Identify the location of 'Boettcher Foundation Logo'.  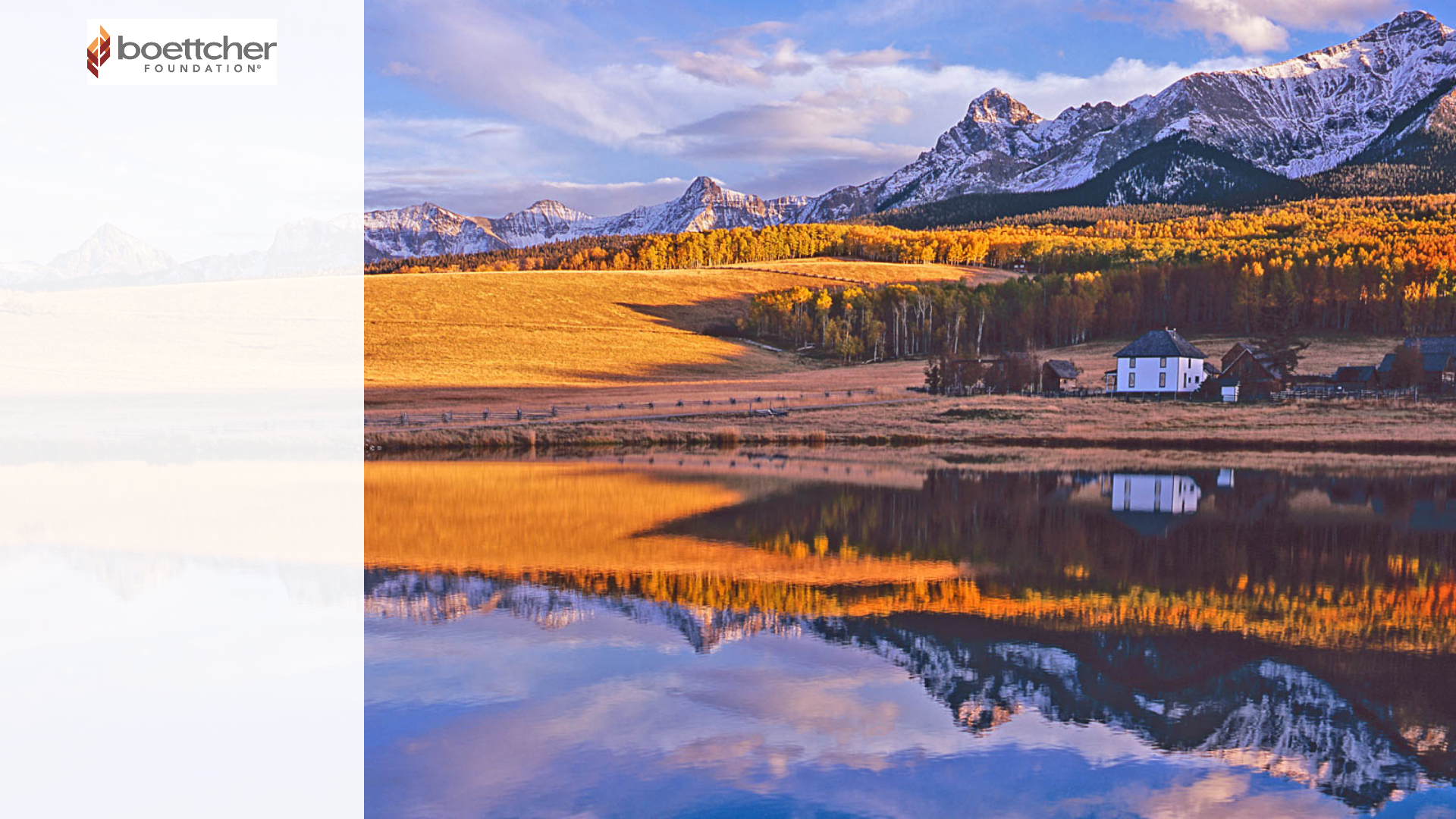
(182, 51).